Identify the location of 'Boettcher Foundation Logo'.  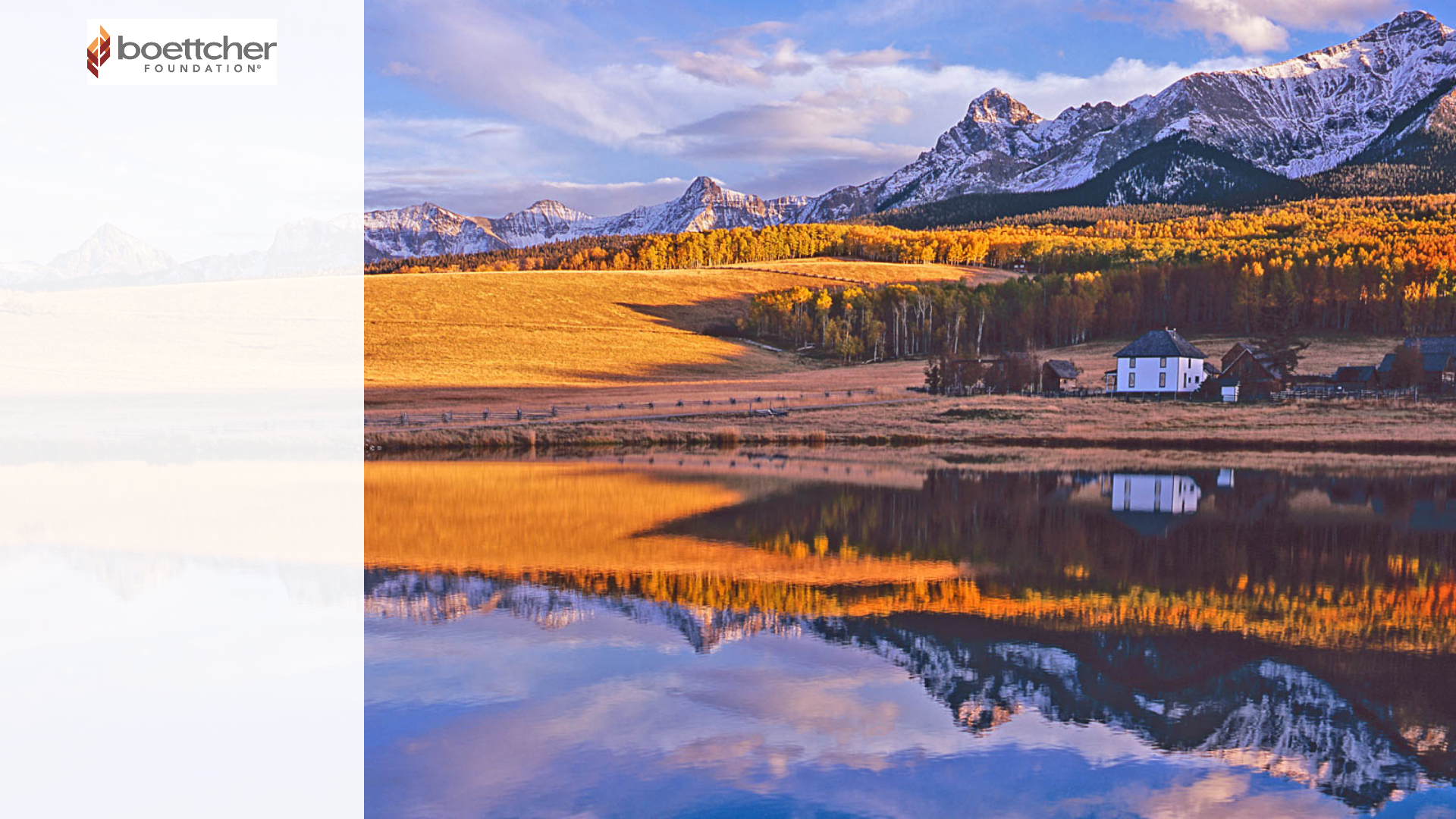
(182, 51).